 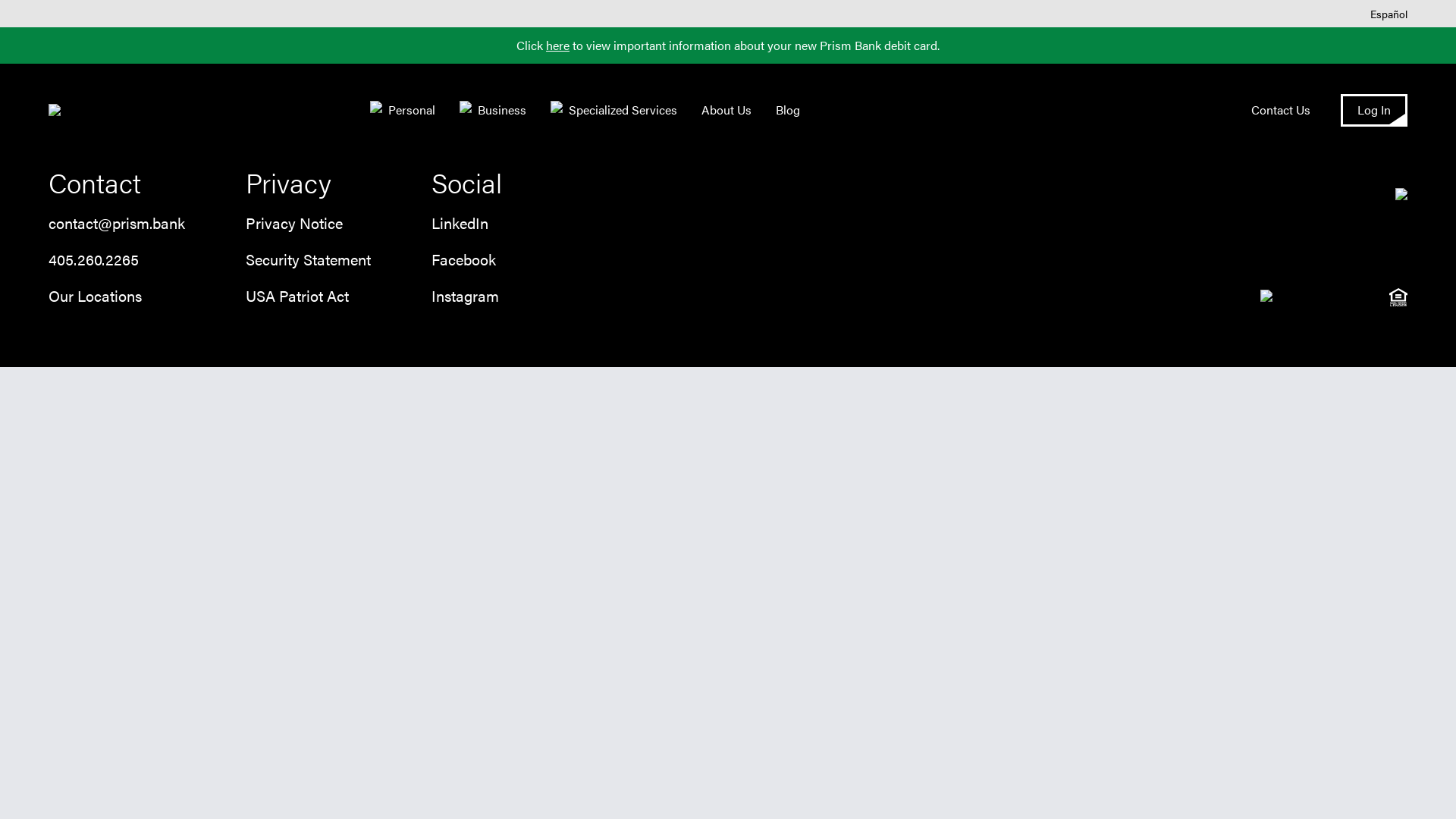 I want to click on 'here', so click(x=557, y=44).